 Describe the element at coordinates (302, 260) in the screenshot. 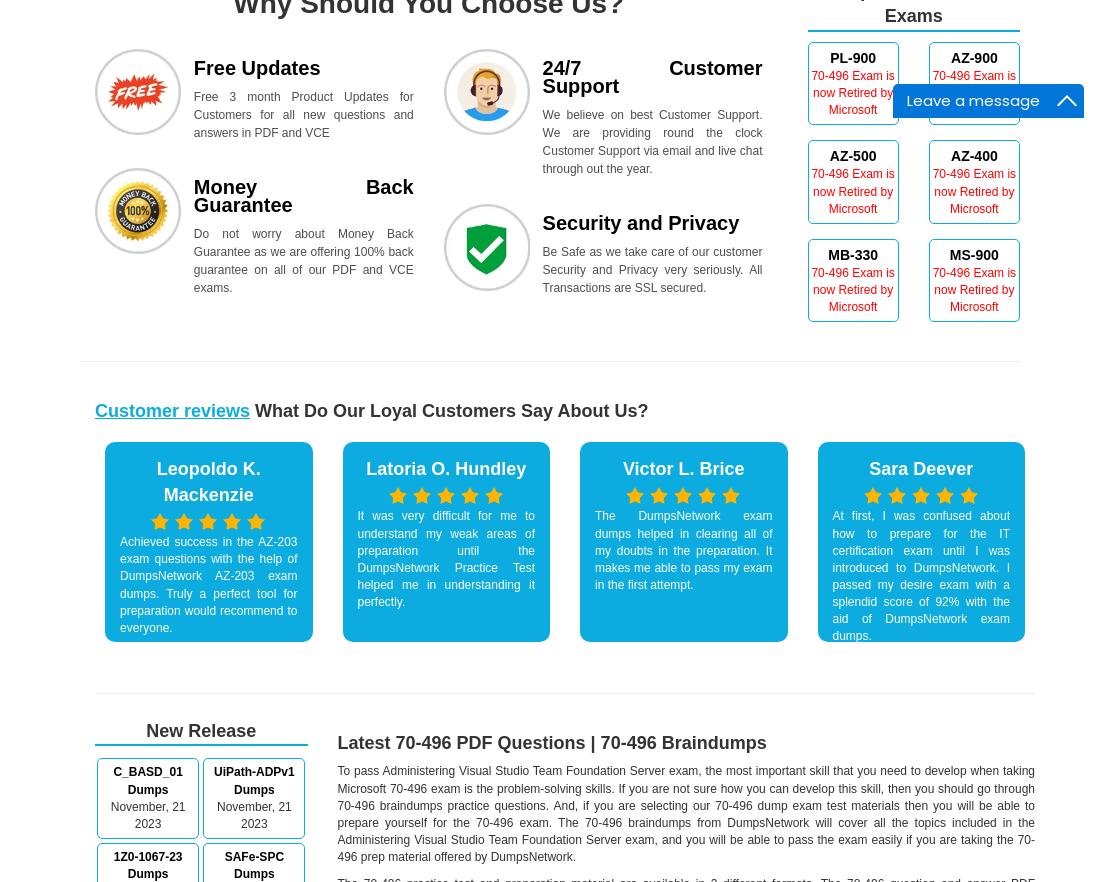

I see `'Do not worry about Money Back Guarantee as we are offering 100% back guarantee on all of our PDF and VCE exams.'` at that location.